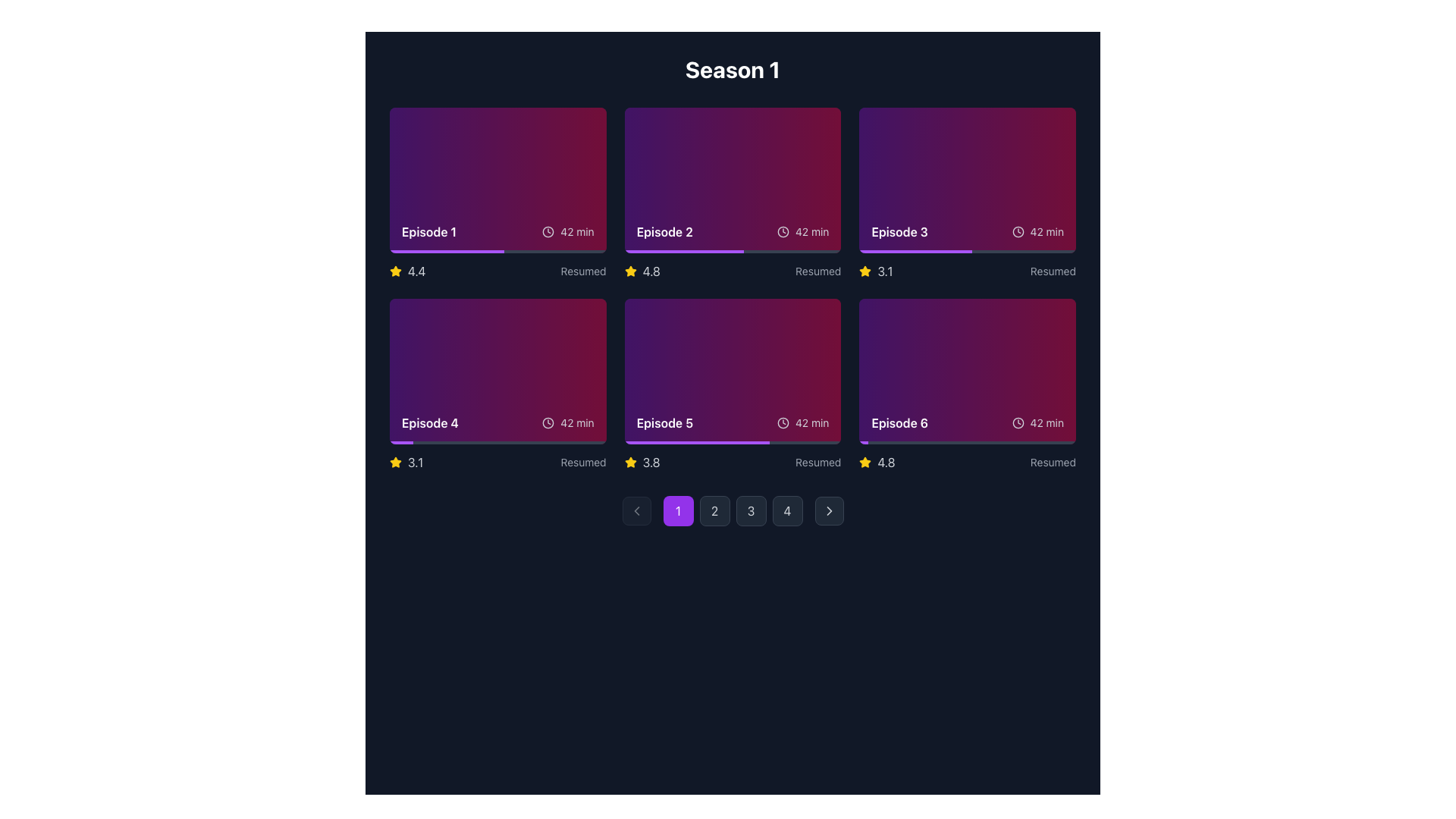 This screenshot has height=819, width=1456. Describe the element at coordinates (416, 461) in the screenshot. I see `the text label displaying '3.1' which is styled in gray and positioned next to a yellow star icon in the rating display for 'Episode 4'` at that location.